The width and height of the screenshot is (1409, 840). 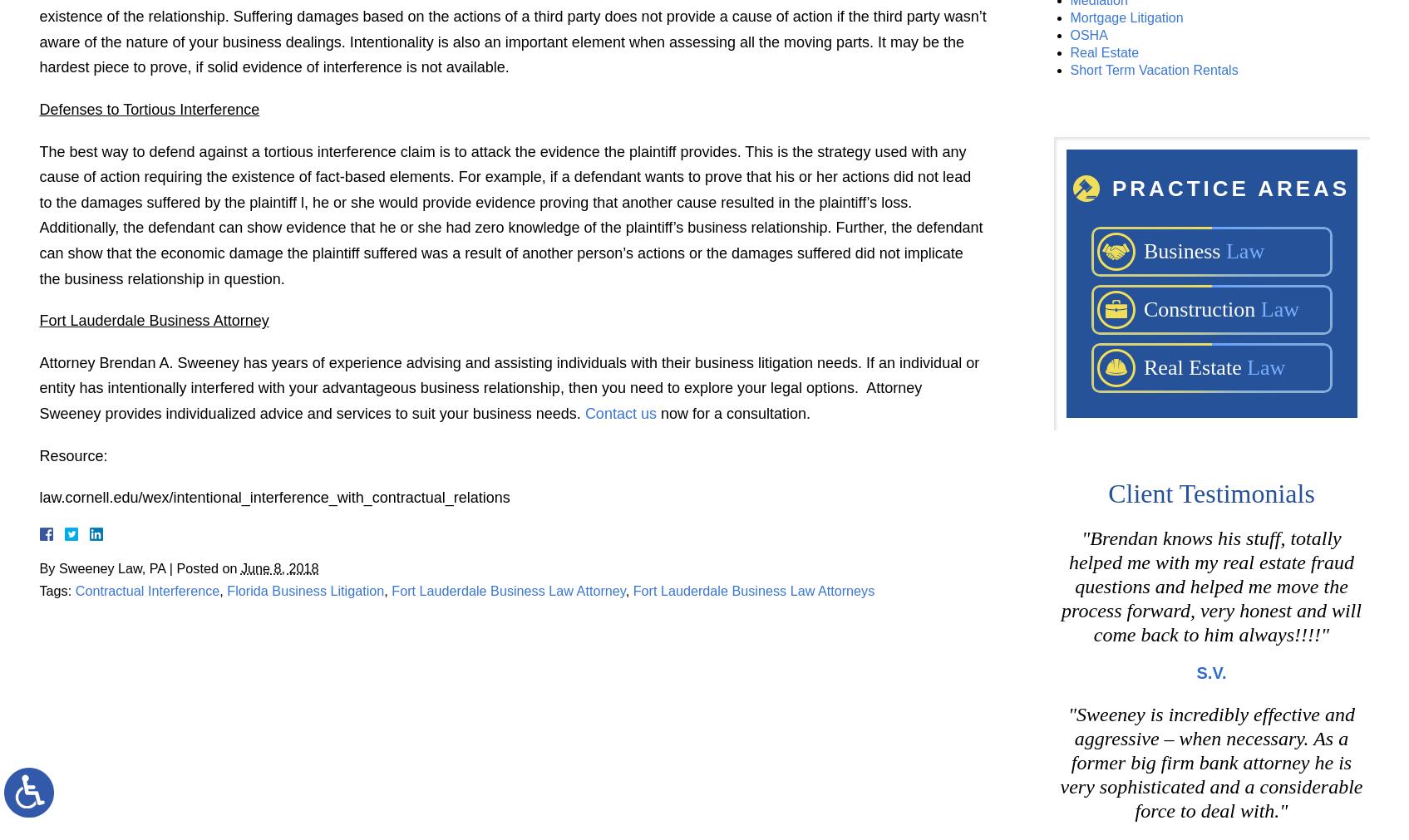 I want to click on 'June 8, 2018', so click(x=278, y=567).